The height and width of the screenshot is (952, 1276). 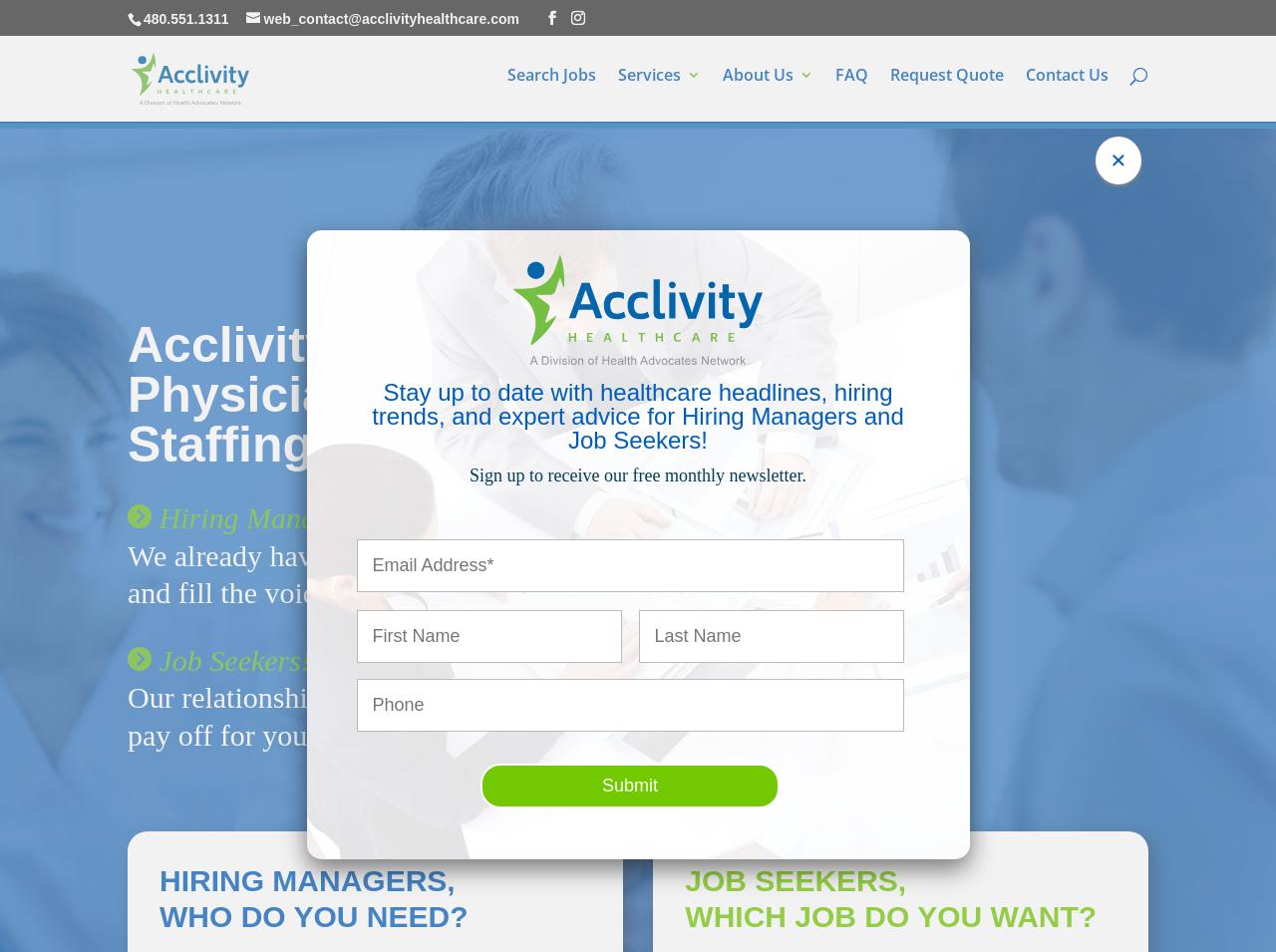 What do you see at coordinates (672, 211) in the screenshot?
I see `'Clinical Staffing'` at bounding box center [672, 211].